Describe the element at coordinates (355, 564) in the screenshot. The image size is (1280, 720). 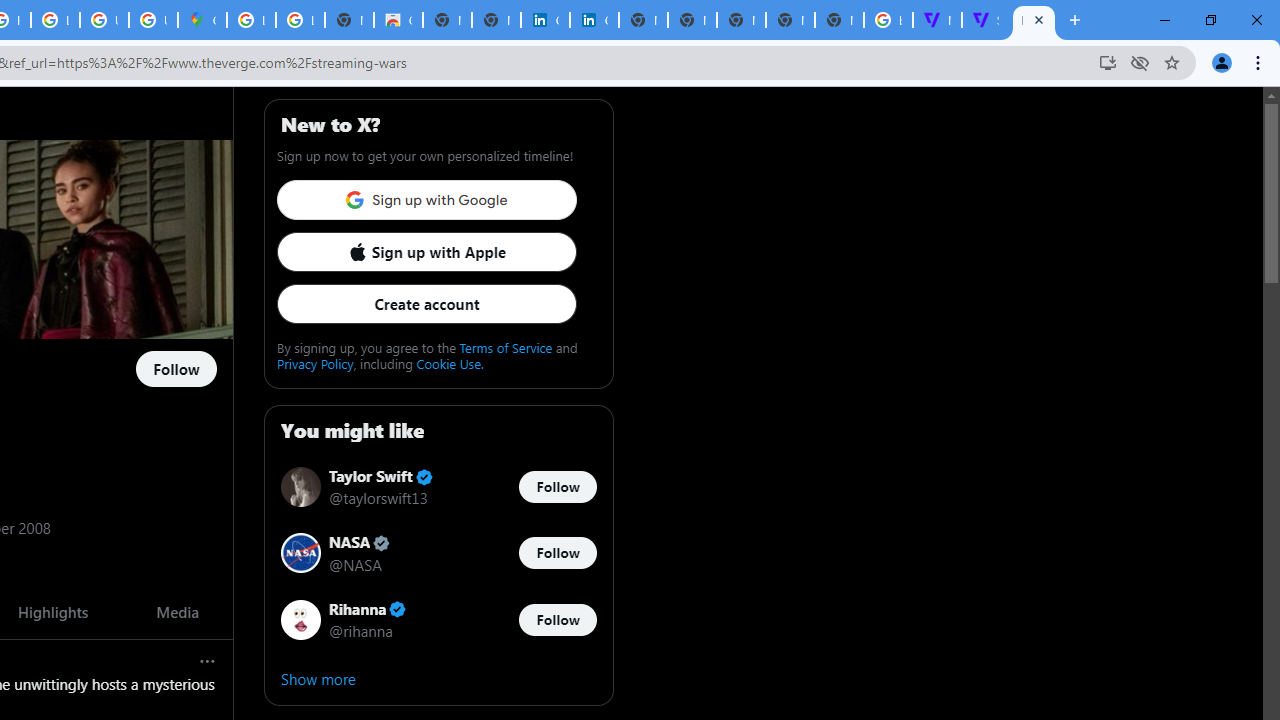
I see `'@NASA'` at that location.